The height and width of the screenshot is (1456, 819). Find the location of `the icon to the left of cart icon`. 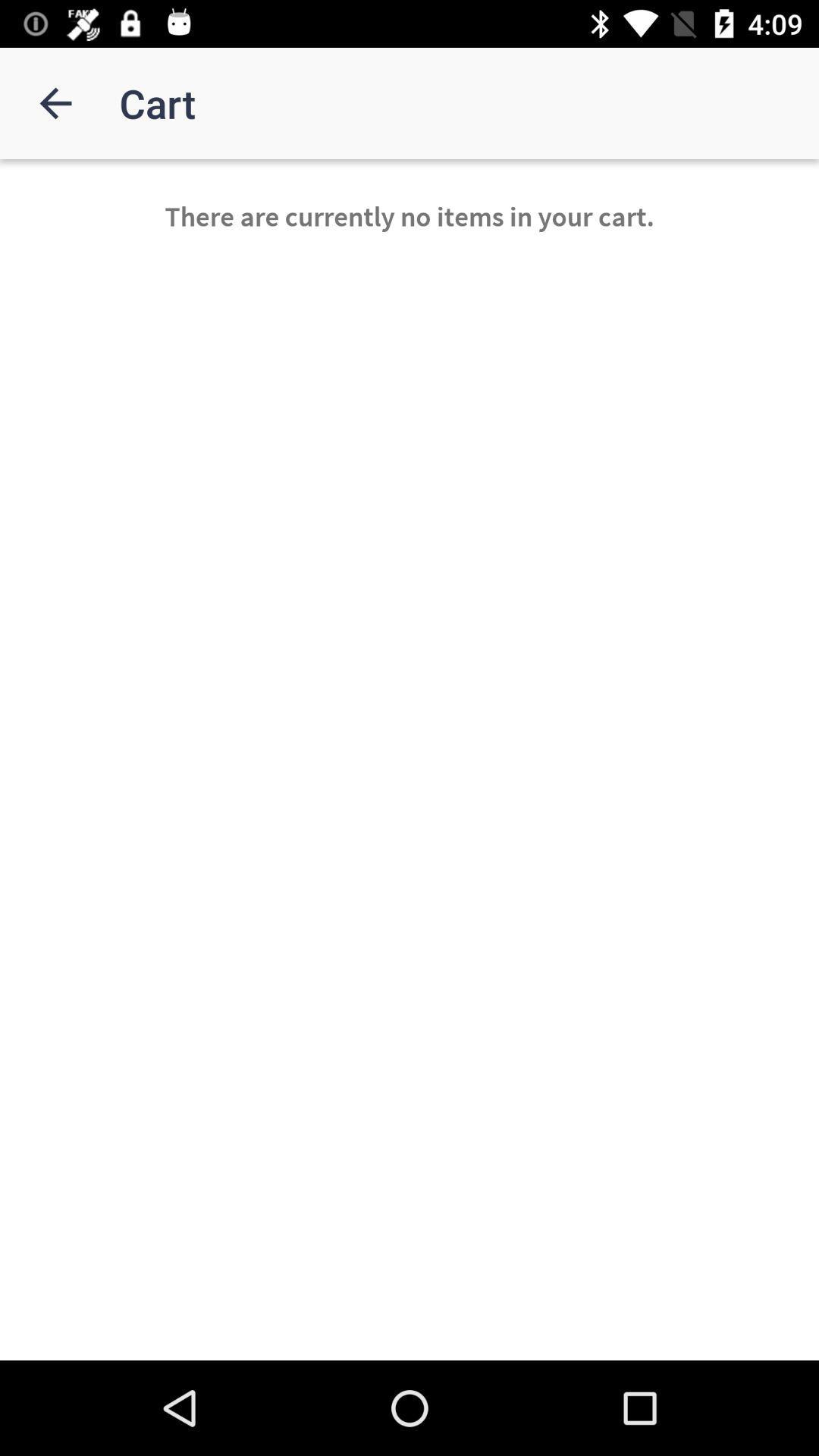

the icon to the left of cart icon is located at coordinates (55, 102).